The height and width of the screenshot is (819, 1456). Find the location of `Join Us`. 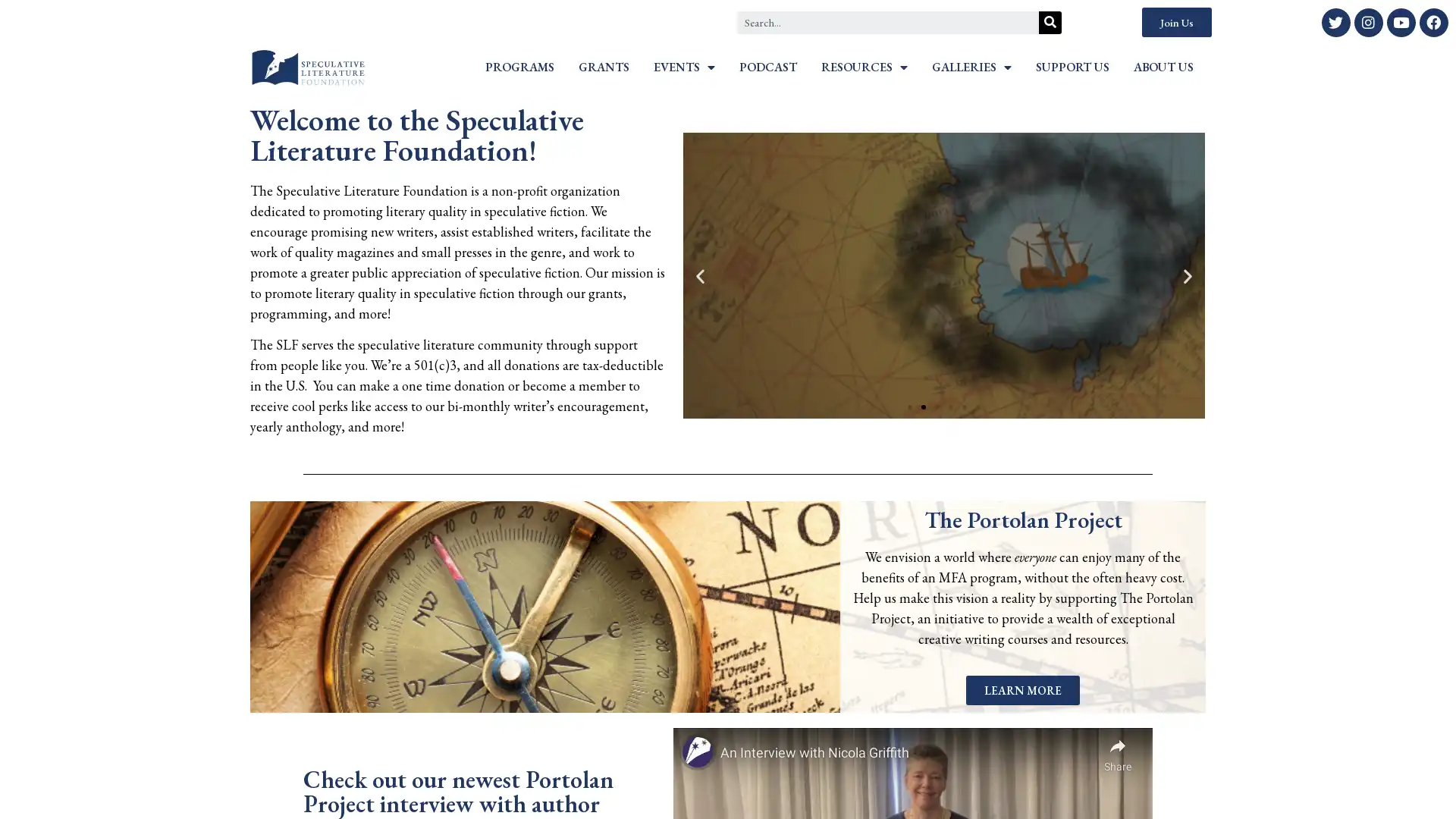

Join Us is located at coordinates (1175, 22).